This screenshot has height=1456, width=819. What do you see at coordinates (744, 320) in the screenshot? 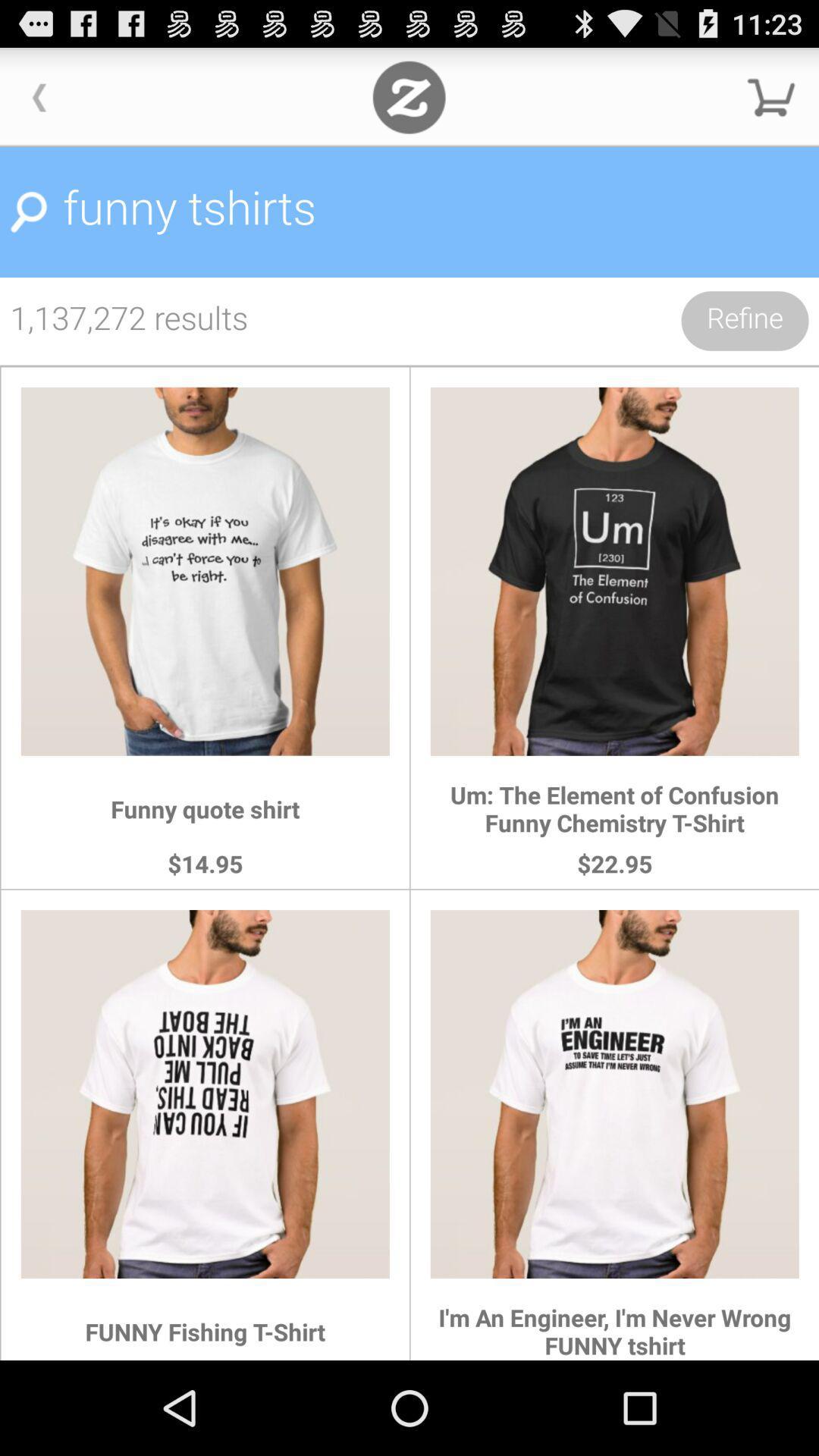
I see `the icon to the right of 1 137 272 icon` at bounding box center [744, 320].